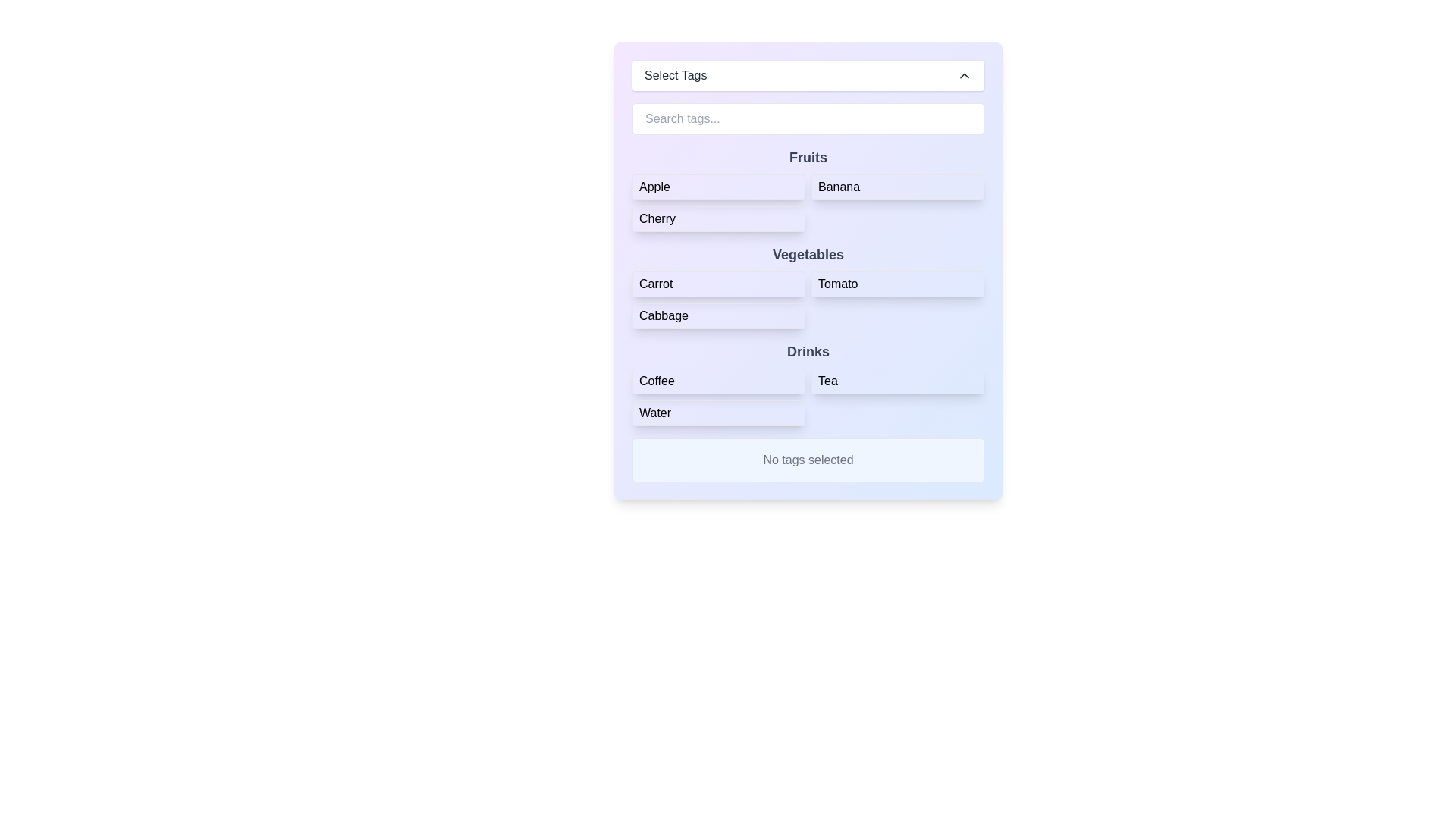 This screenshot has width=1456, height=819. What do you see at coordinates (827, 380) in the screenshot?
I see `the 'Tea' label, which is a bold text label centered in the 'Drinks' section` at bounding box center [827, 380].